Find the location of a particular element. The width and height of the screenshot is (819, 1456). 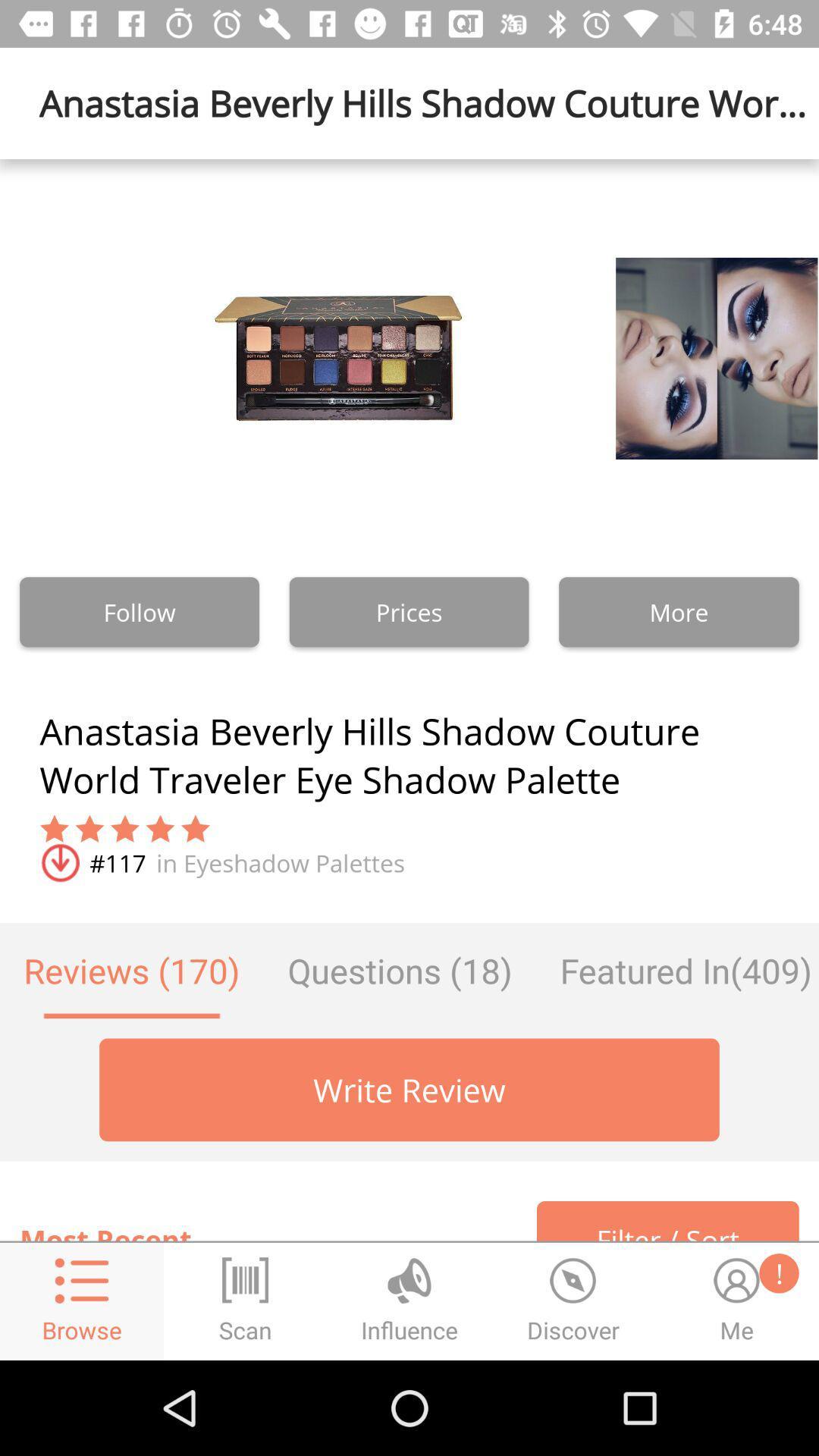

the image above more on the page is located at coordinates (677, 357).